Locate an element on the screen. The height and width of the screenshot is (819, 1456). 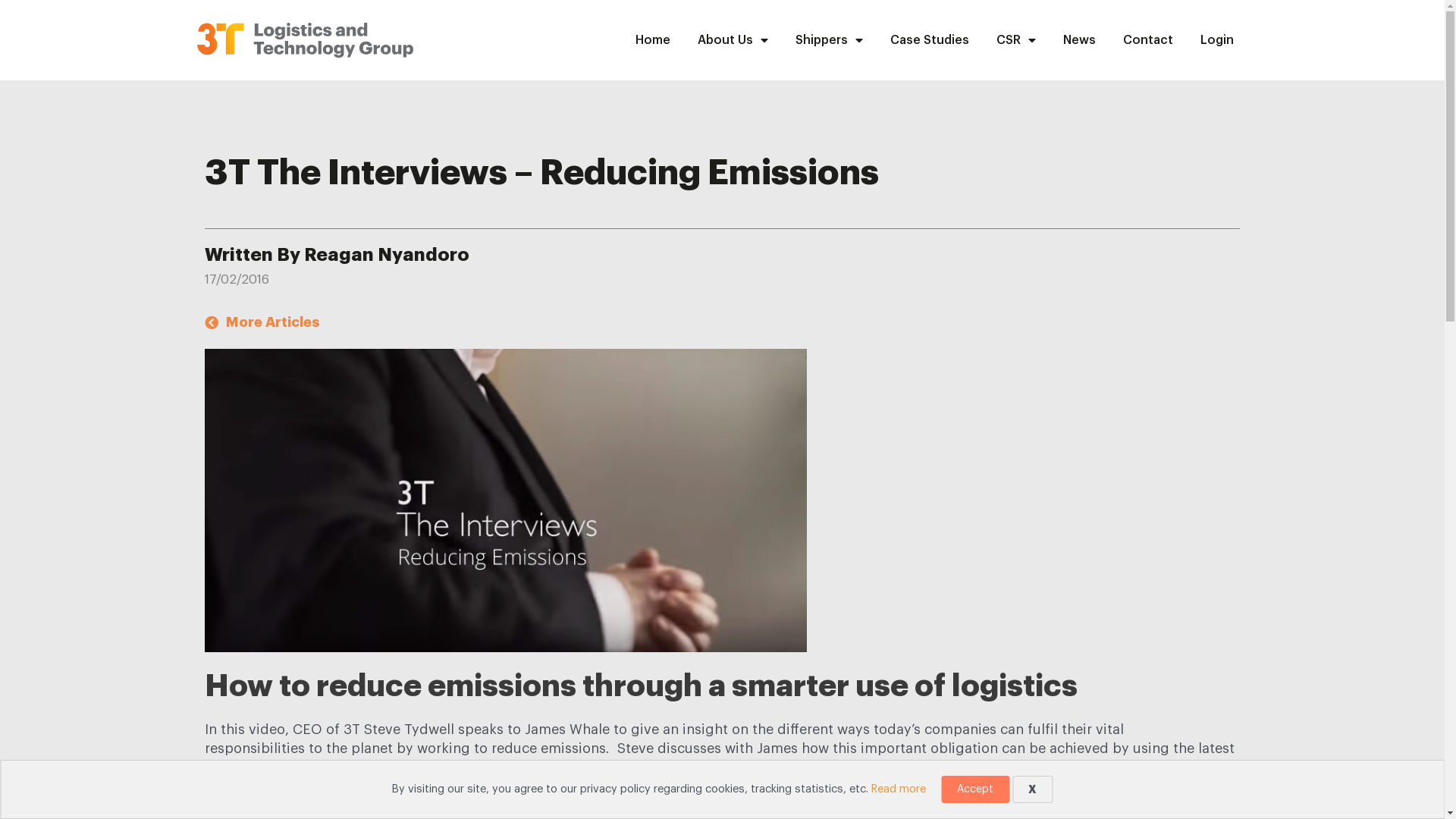
'Contact' is located at coordinates (1109, 39).